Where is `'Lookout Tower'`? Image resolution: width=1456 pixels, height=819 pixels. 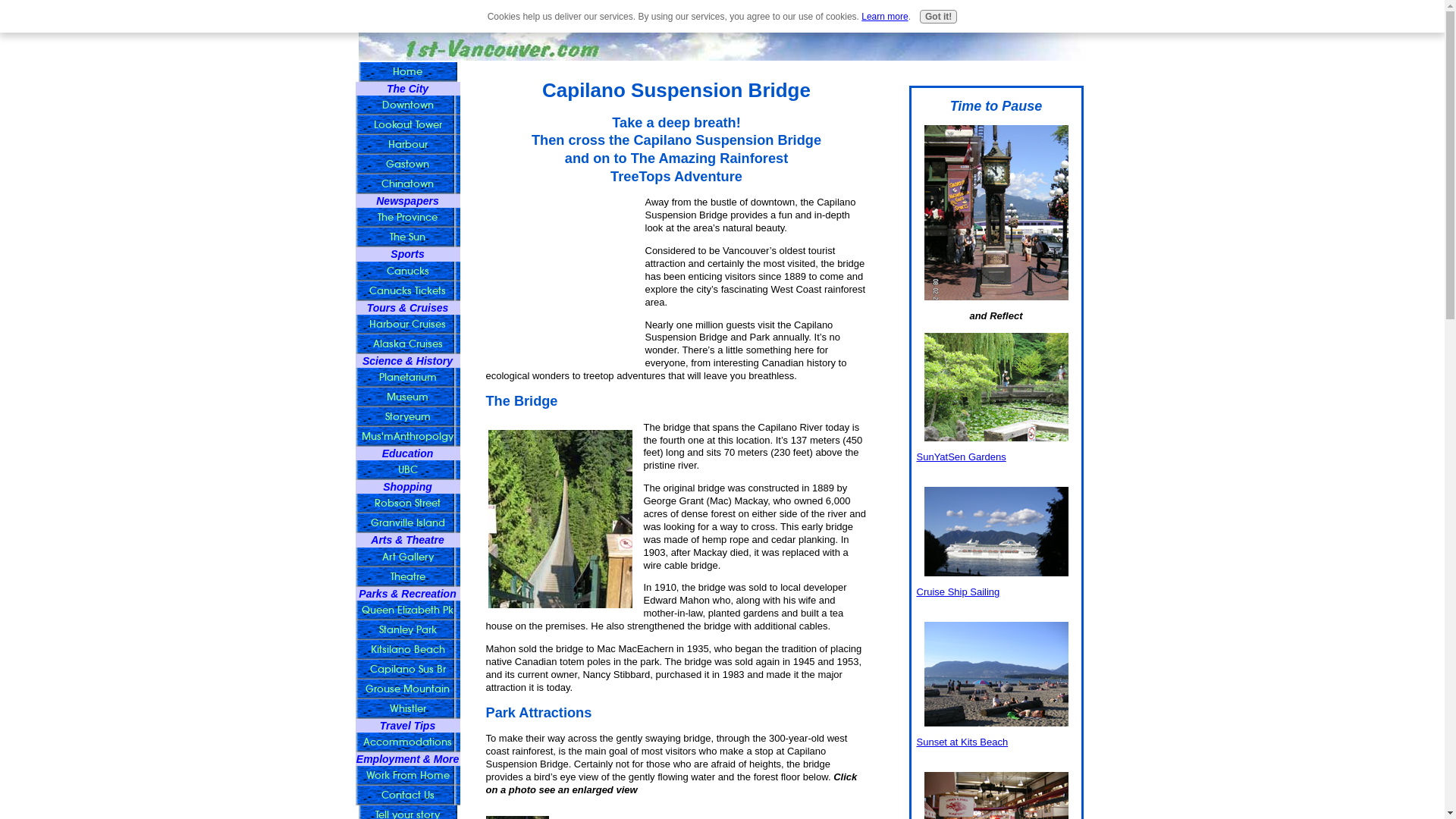
'Lookout Tower' is located at coordinates (407, 124).